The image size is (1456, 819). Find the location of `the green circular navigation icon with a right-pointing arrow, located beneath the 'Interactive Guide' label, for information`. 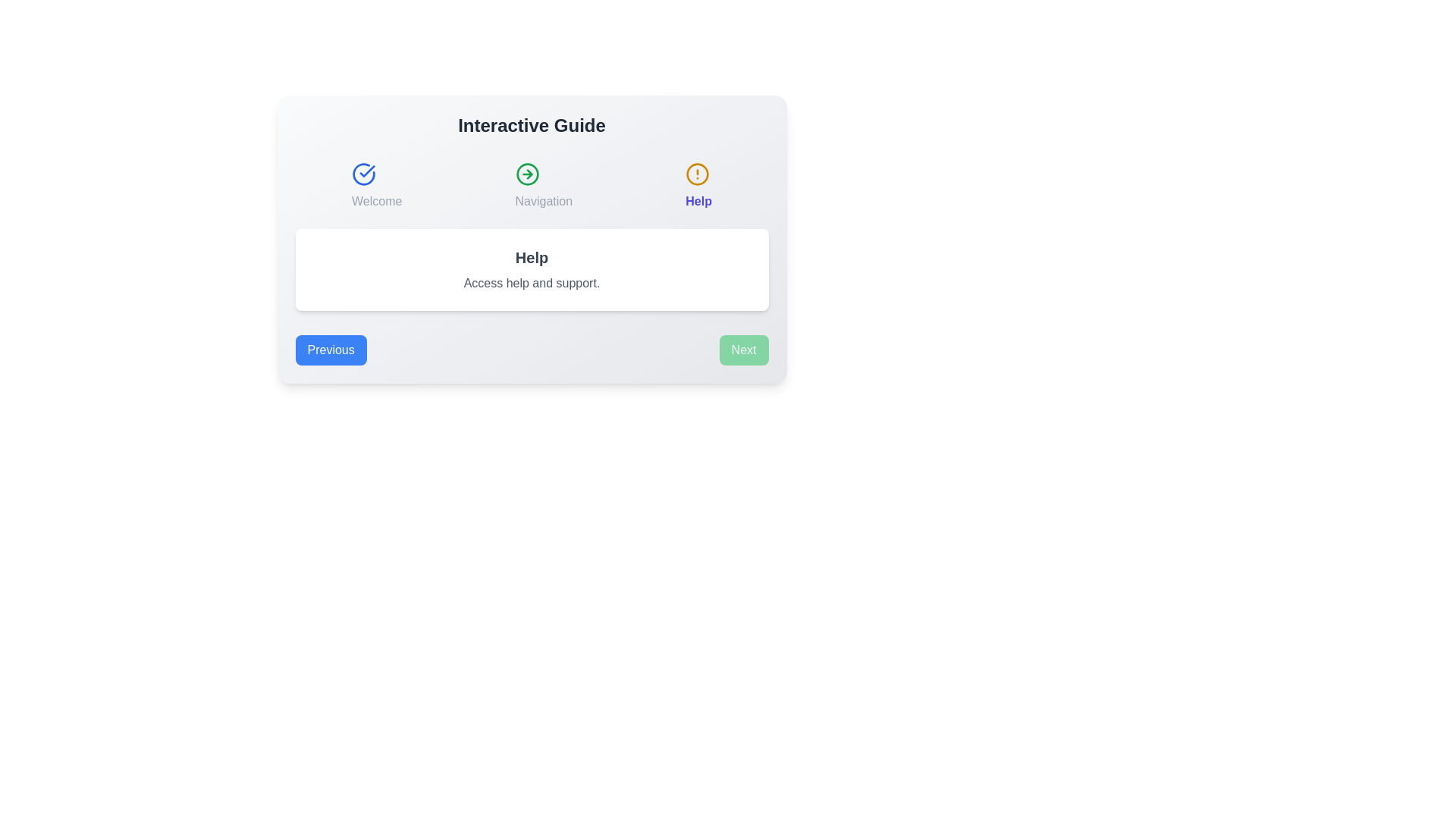

the green circular navigation icon with a right-pointing arrow, located beneath the 'Interactive Guide' label, for information is located at coordinates (527, 174).